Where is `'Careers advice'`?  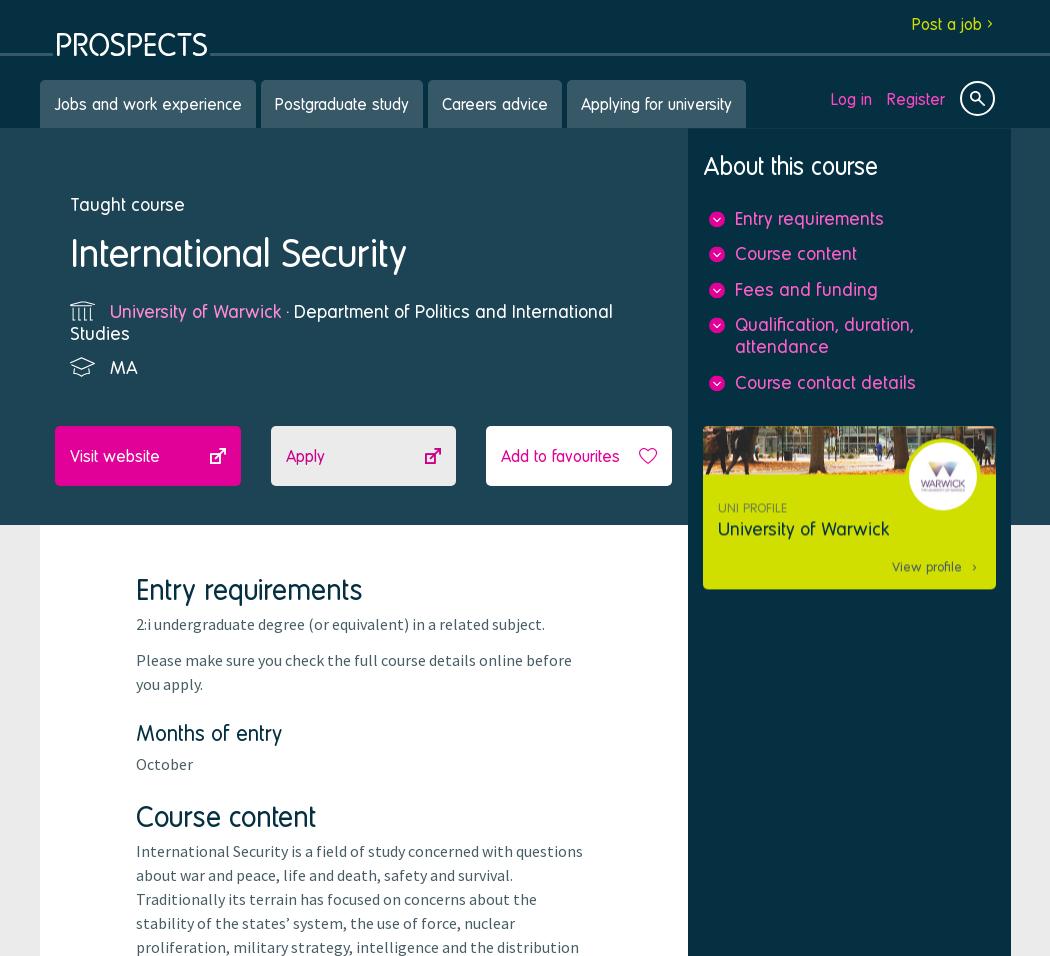
'Careers advice' is located at coordinates (493, 102).